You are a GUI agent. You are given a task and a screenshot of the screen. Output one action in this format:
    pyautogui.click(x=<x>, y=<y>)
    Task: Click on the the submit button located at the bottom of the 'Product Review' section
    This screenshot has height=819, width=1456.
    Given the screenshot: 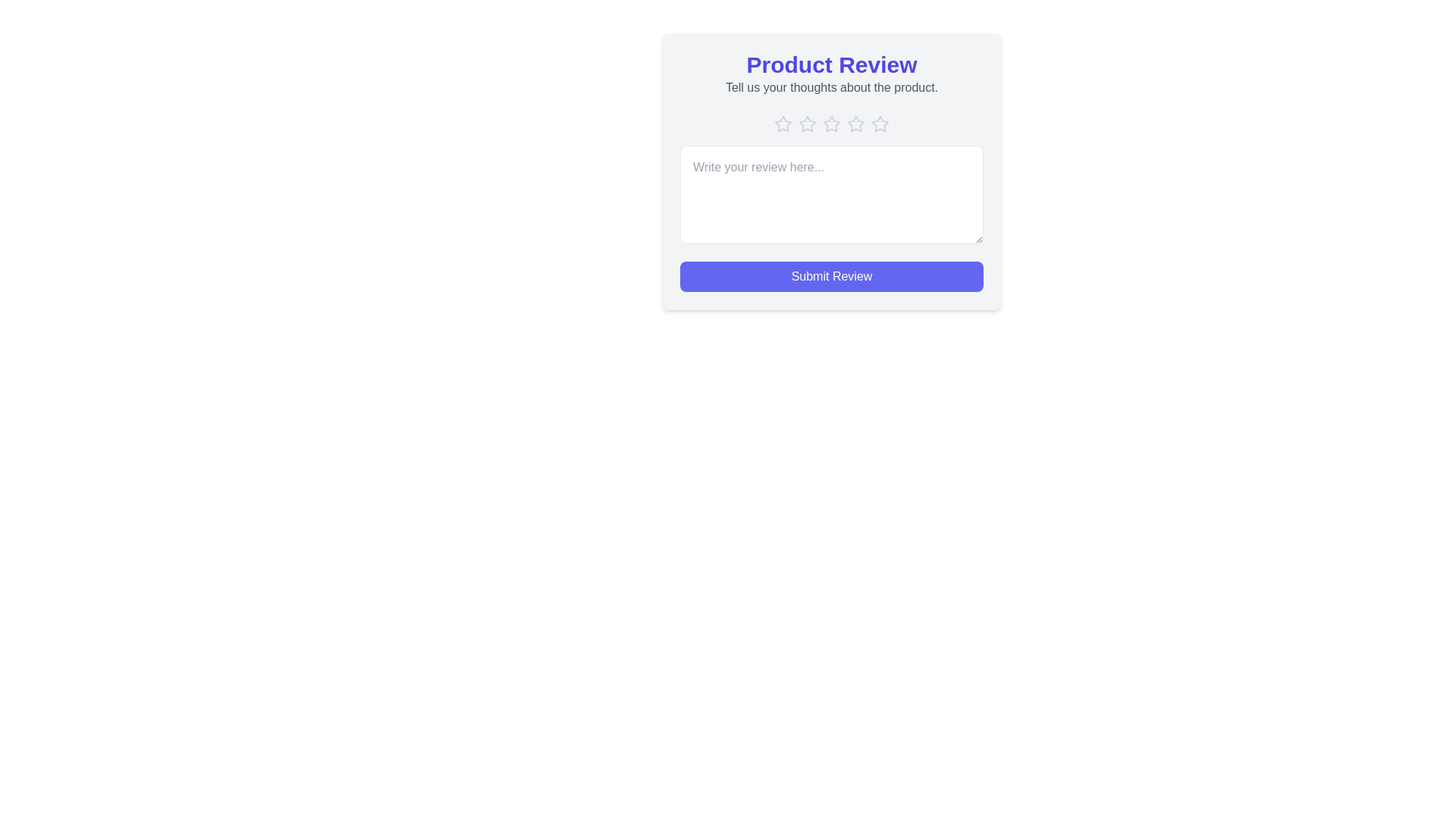 What is the action you would take?
    pyautogui.click(x=831, y=277)
    